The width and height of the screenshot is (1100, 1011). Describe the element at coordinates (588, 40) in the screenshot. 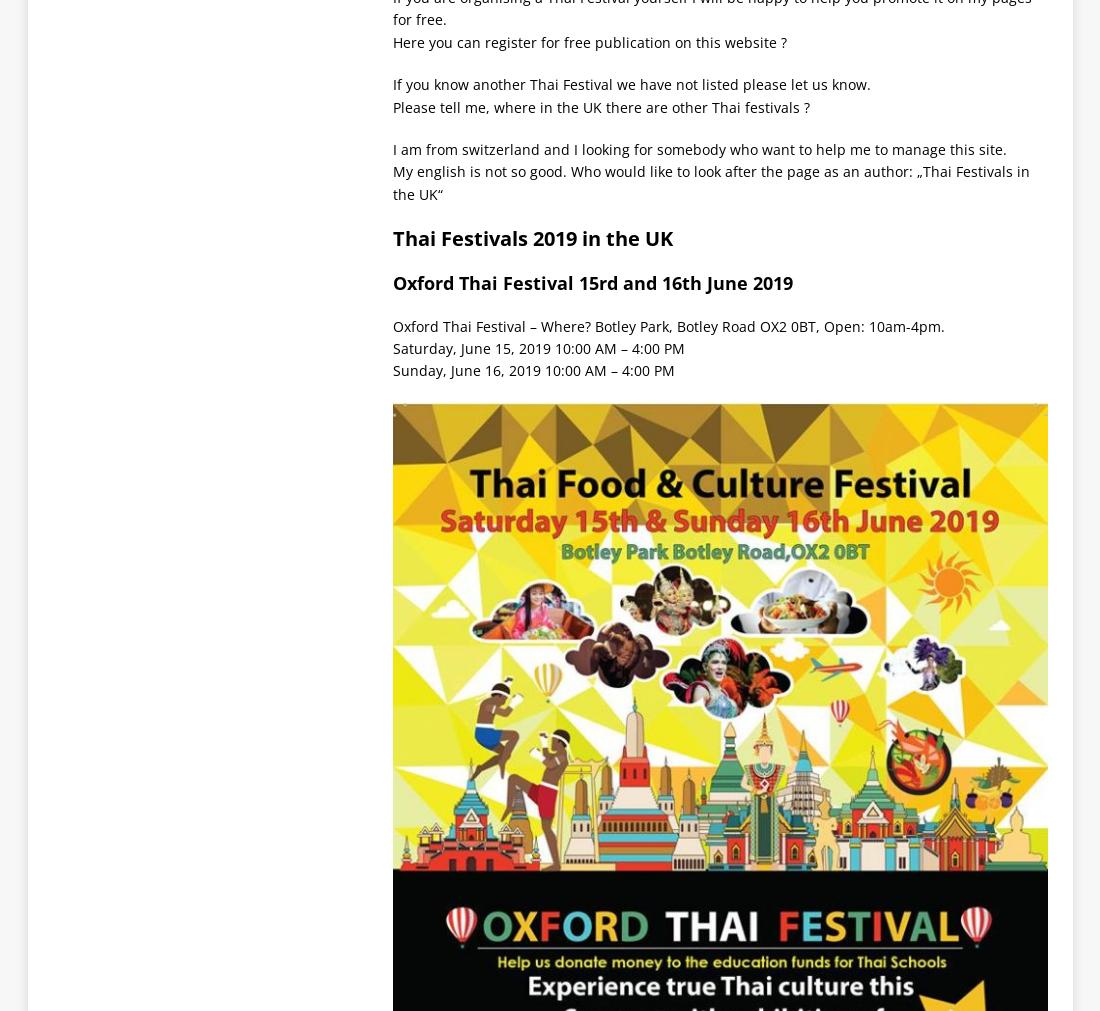

I see `'Here you can register for free publication on this website ?'` at that location.